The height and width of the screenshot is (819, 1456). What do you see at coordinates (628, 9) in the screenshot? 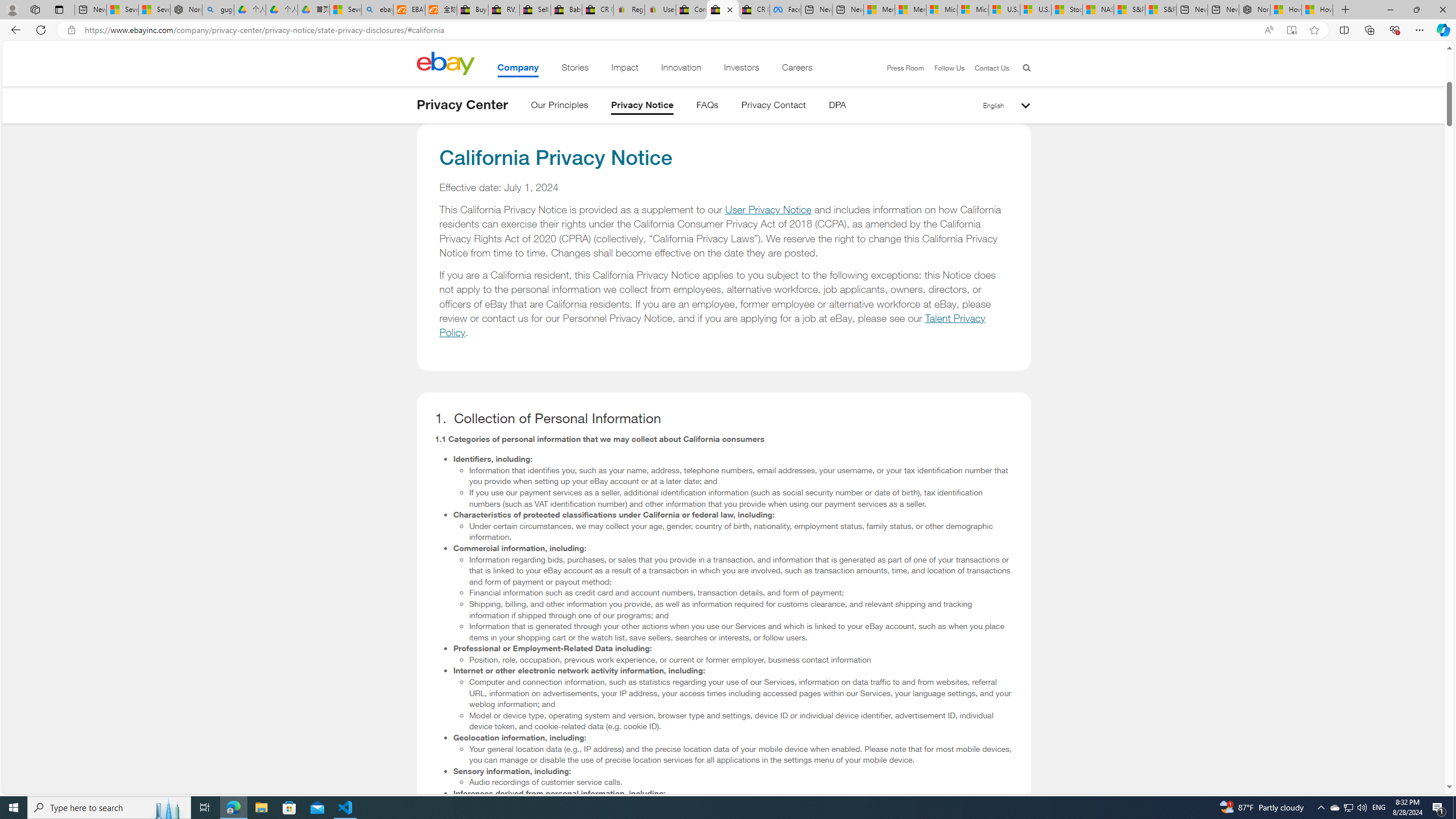
I see `'Register: Create a personal eBay account'` at bounding box center [628, 9].